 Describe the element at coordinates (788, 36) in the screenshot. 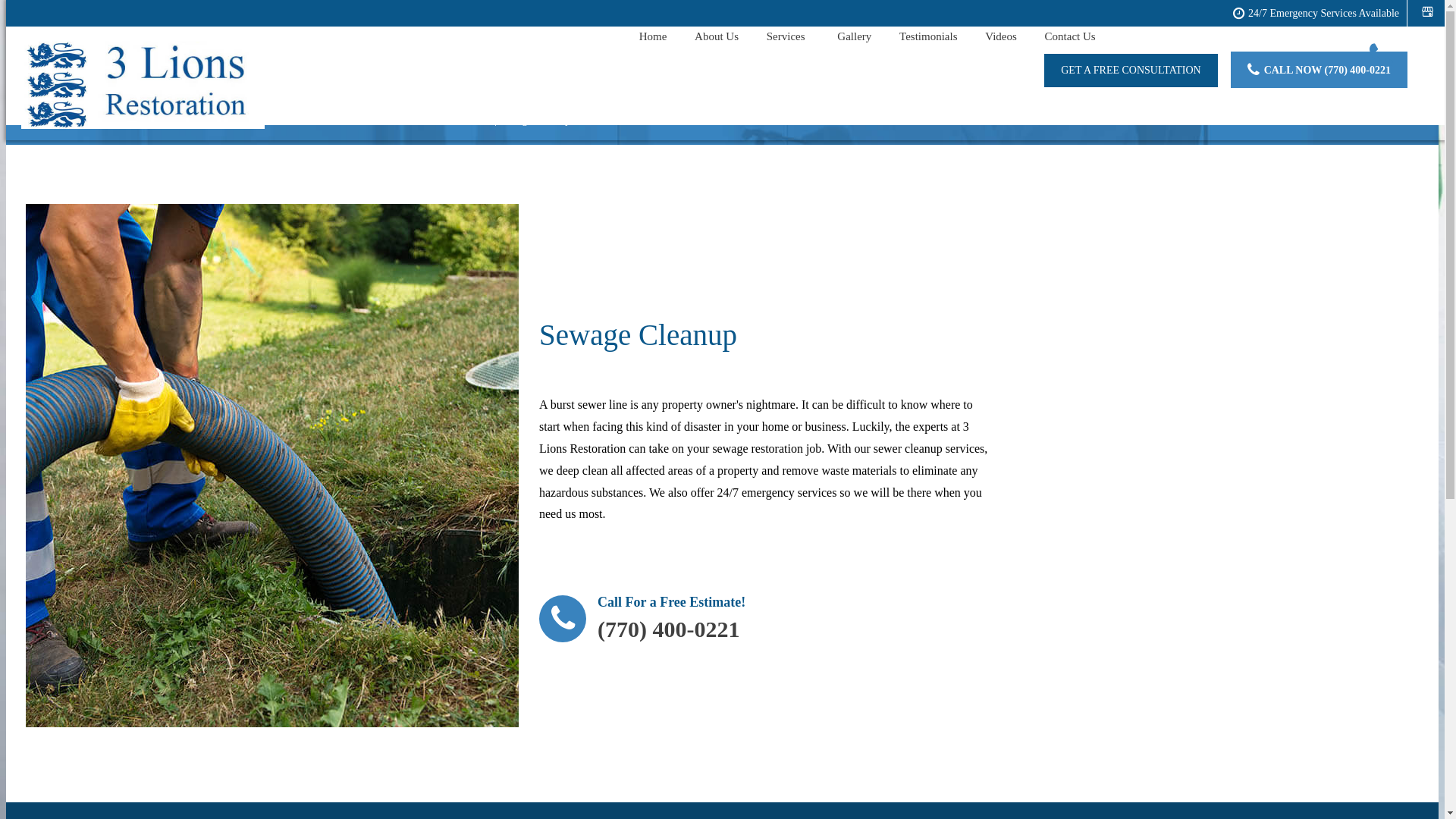

I see `'Services'` at that location.